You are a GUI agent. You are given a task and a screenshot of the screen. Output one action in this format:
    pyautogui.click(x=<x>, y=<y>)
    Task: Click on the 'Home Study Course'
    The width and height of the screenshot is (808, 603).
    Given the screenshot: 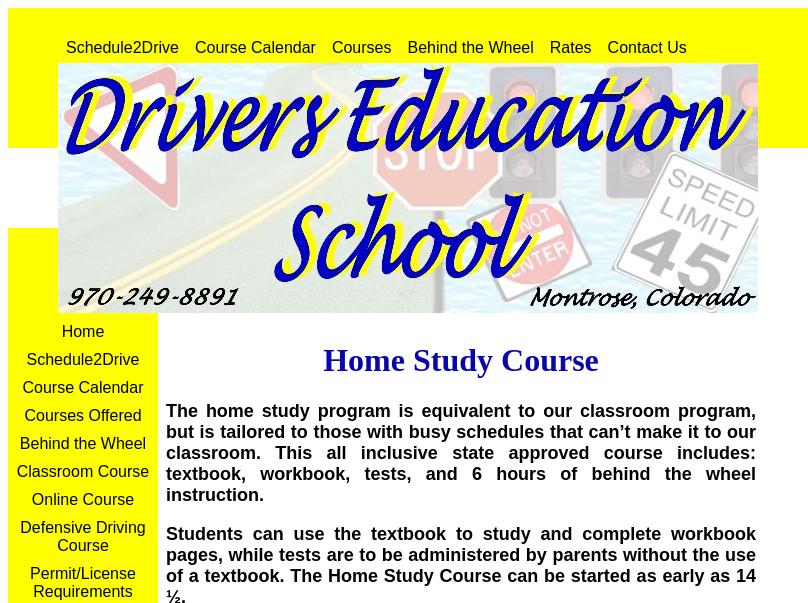 What is the action you would take?
    pyautogui.click(x=460, y=358)
    